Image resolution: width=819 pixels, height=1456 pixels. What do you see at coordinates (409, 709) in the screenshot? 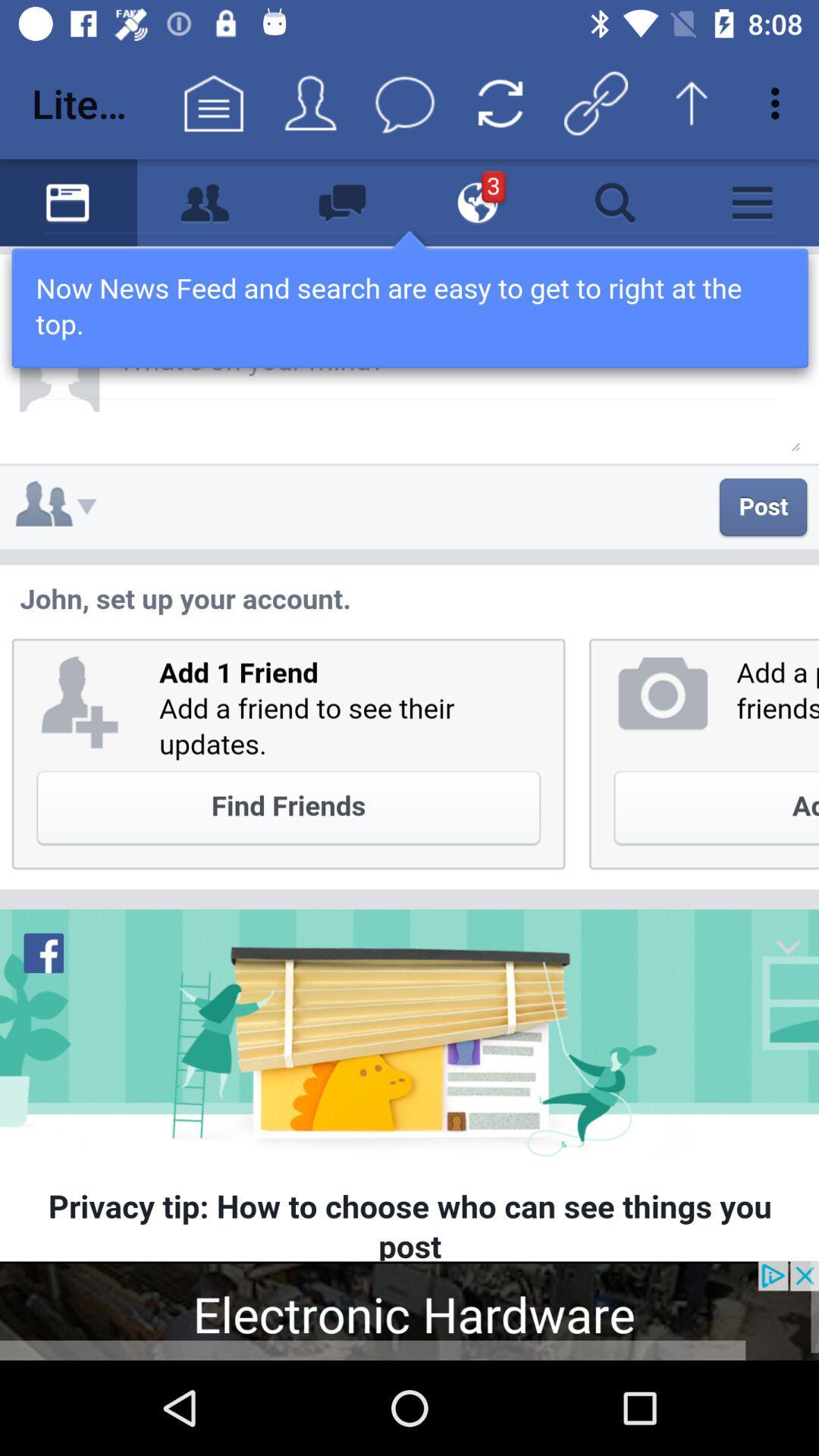
I see `facebook feed` at bounding box center [409, 709].